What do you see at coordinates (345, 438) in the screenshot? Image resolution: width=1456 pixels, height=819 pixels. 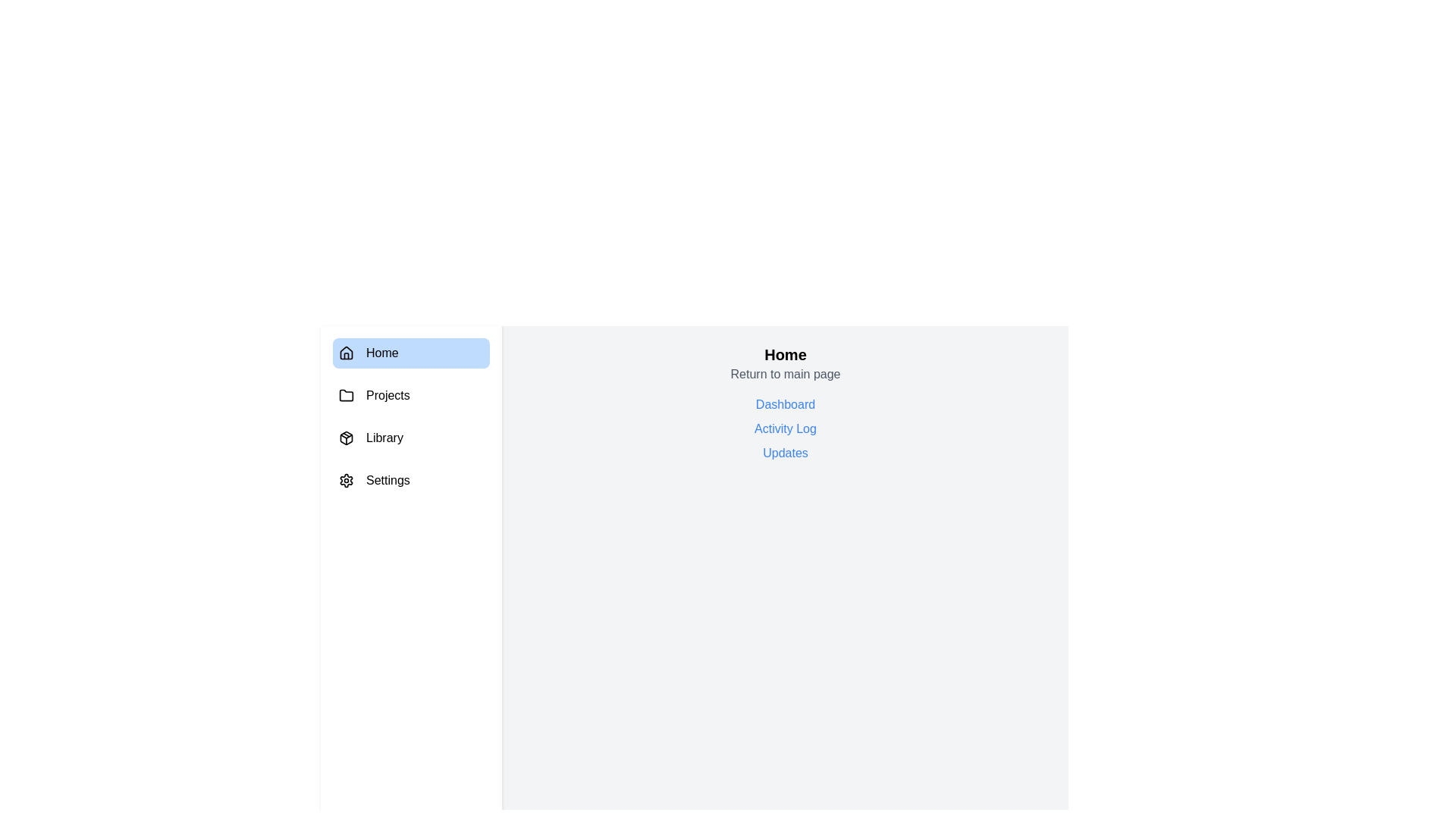 I see `the package icon located in the sidebar menu, which is positioned below the 'Projects' icon and above the 'Settings' icon in the 'Library' section` at bounding box center [345, 438].